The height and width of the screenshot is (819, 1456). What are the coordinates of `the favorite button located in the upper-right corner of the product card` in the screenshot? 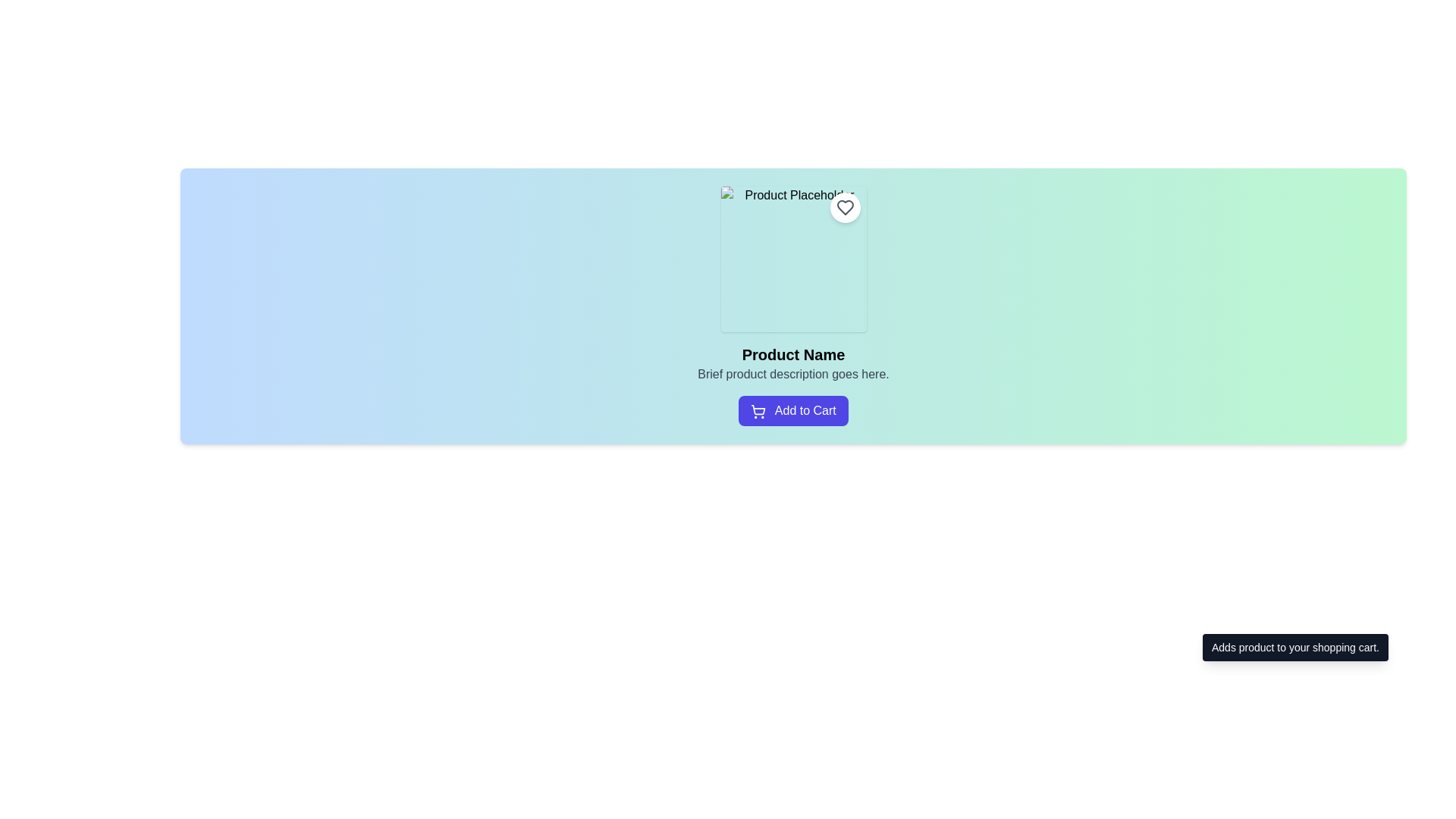 It's located at (844, 207).